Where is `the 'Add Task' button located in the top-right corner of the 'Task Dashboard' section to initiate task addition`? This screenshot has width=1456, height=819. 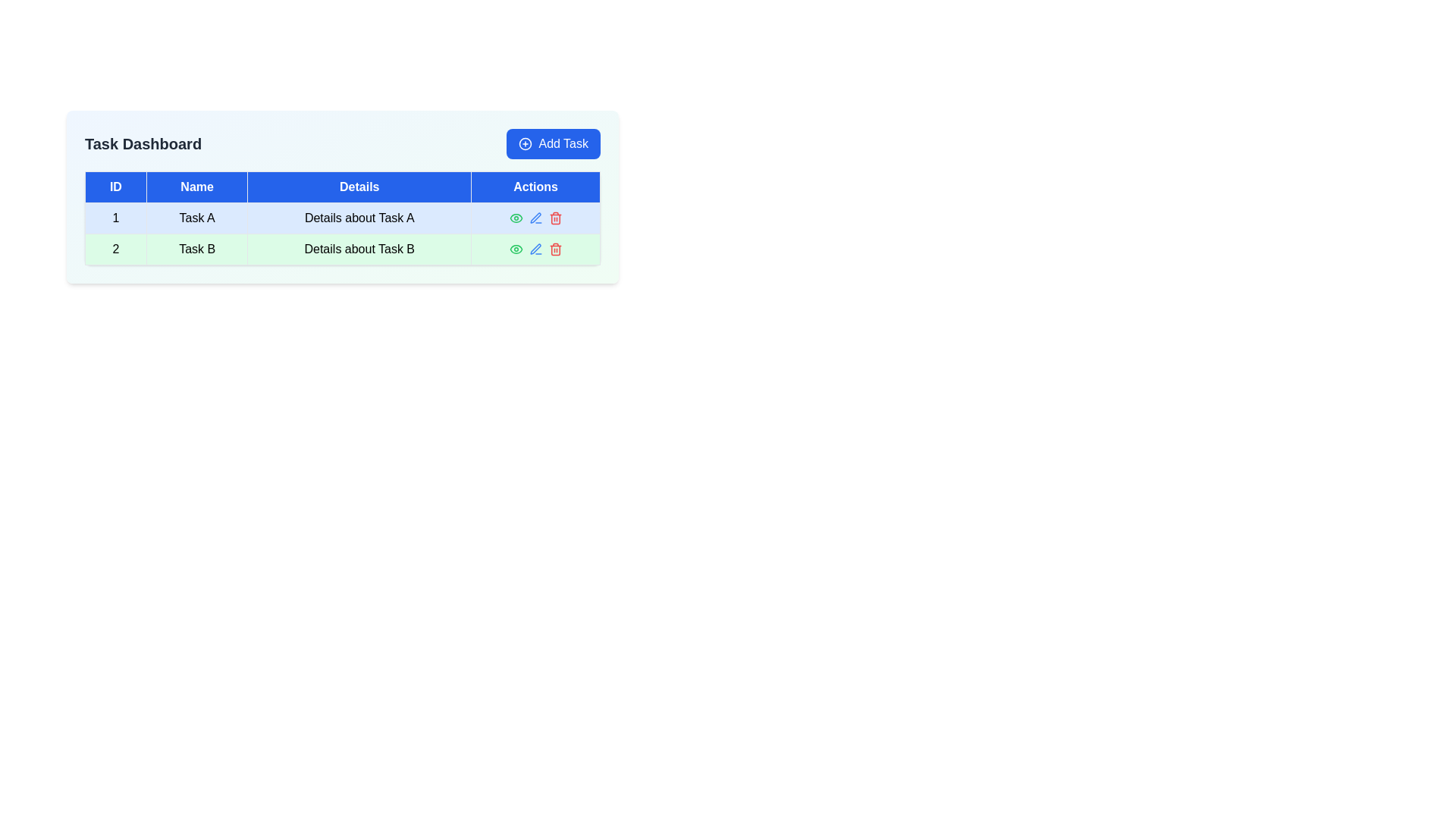 the 'Add Task' button located in the top-right corner of the 'Task Dashboard' section to initiate task addition is located at coordinates (553, 143).